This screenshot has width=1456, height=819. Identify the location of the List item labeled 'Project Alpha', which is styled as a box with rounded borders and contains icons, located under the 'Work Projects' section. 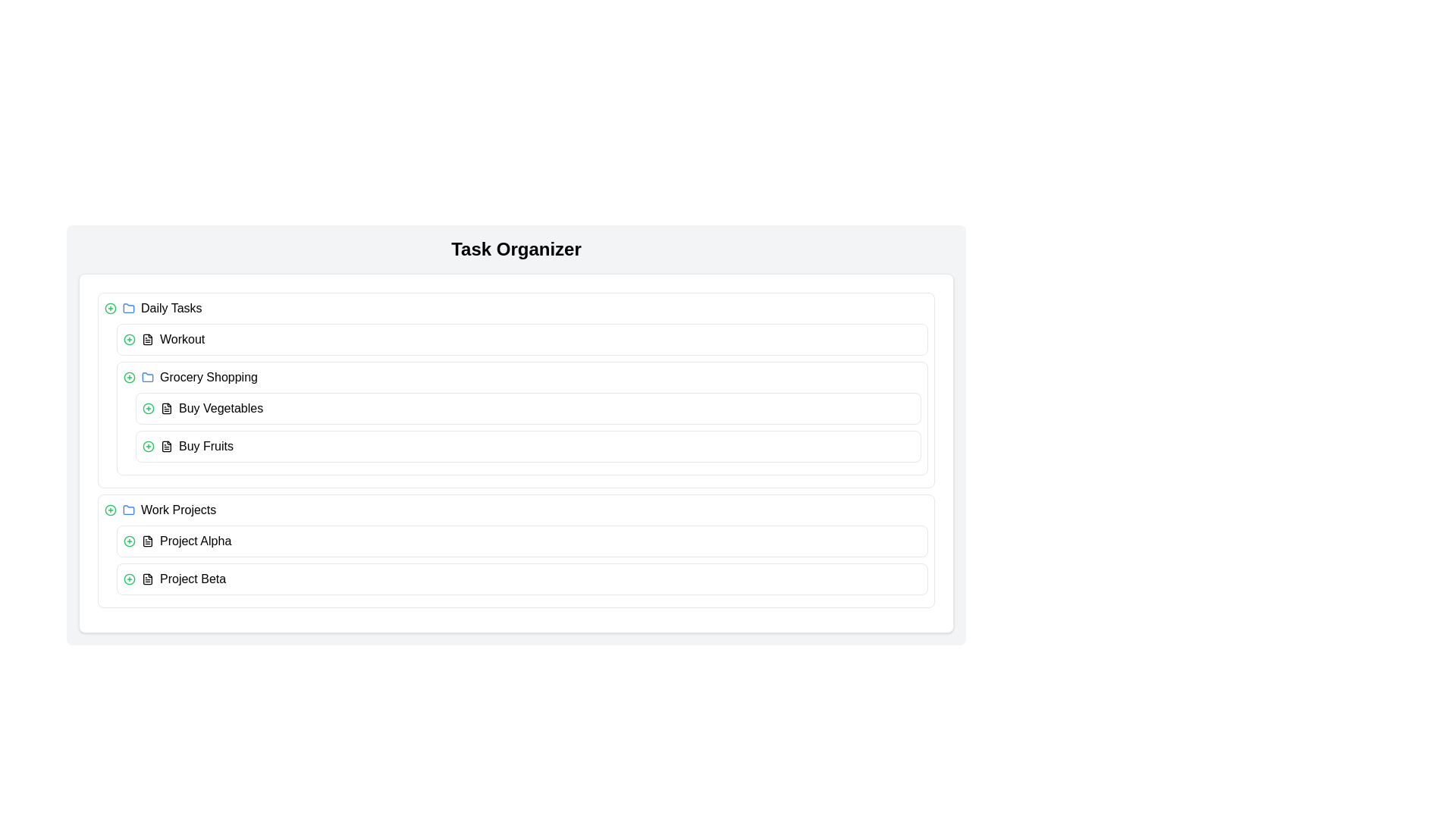
(522, 540).